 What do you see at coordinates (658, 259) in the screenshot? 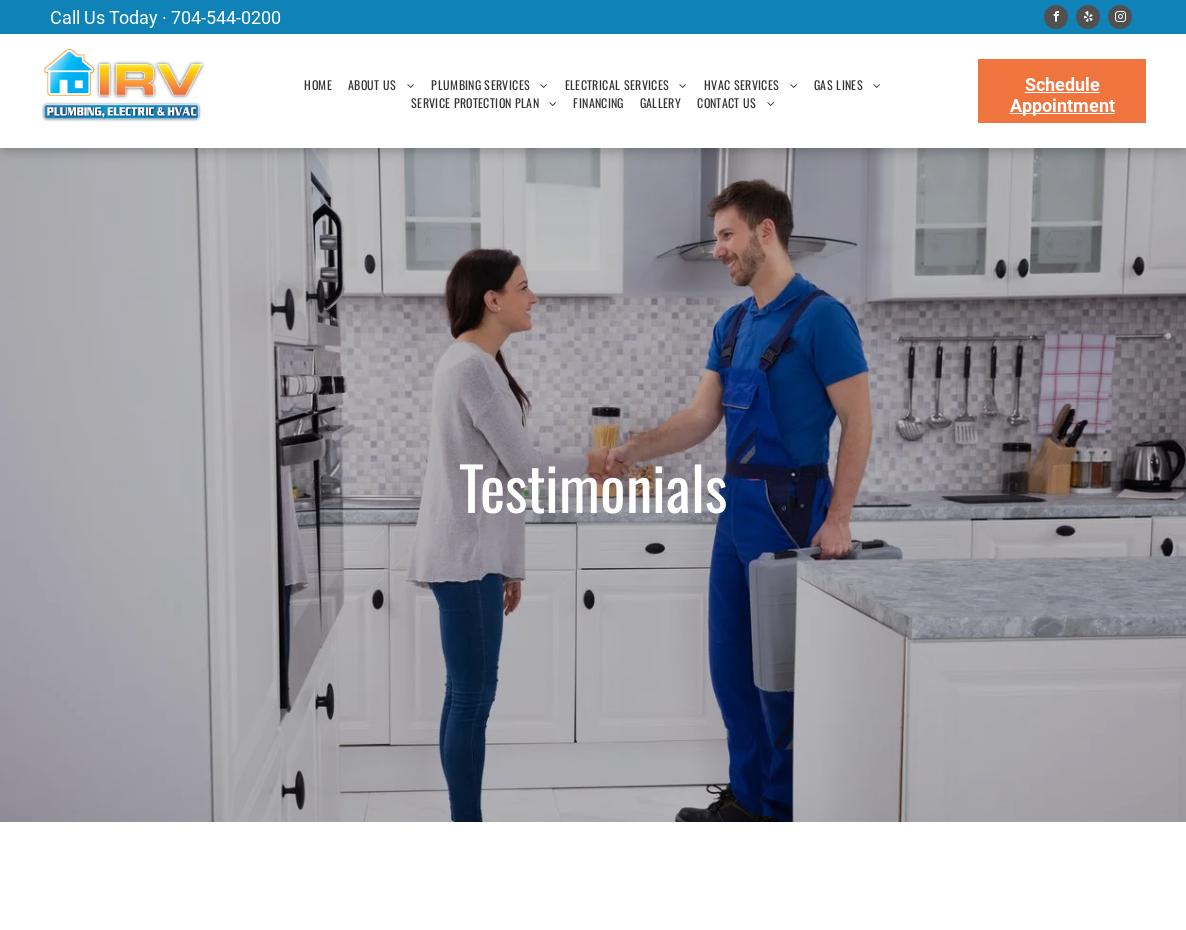
I see `'WHOLE HOUSE SURGE PROTECTION'` at bounding box center [658, 259].